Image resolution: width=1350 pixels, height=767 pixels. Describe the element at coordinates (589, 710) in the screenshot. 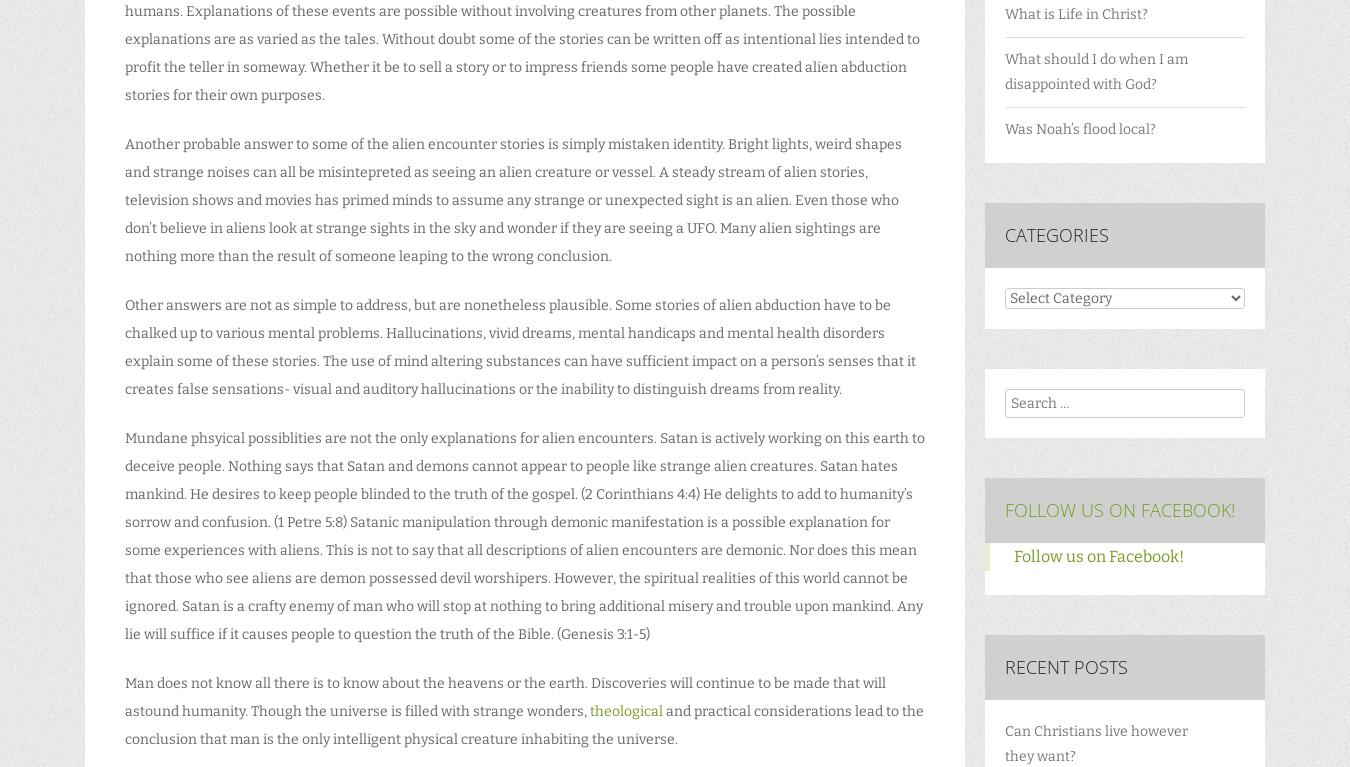

I see `'theological'` at that location.